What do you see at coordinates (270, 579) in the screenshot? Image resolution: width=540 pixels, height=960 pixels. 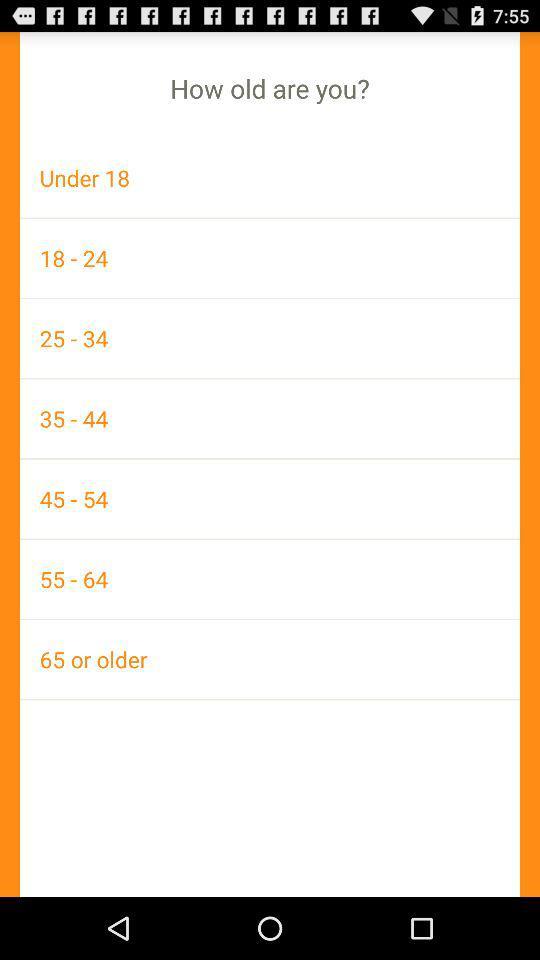 I see `icon above the 65 or older icon` at bounding box center [270, 579].